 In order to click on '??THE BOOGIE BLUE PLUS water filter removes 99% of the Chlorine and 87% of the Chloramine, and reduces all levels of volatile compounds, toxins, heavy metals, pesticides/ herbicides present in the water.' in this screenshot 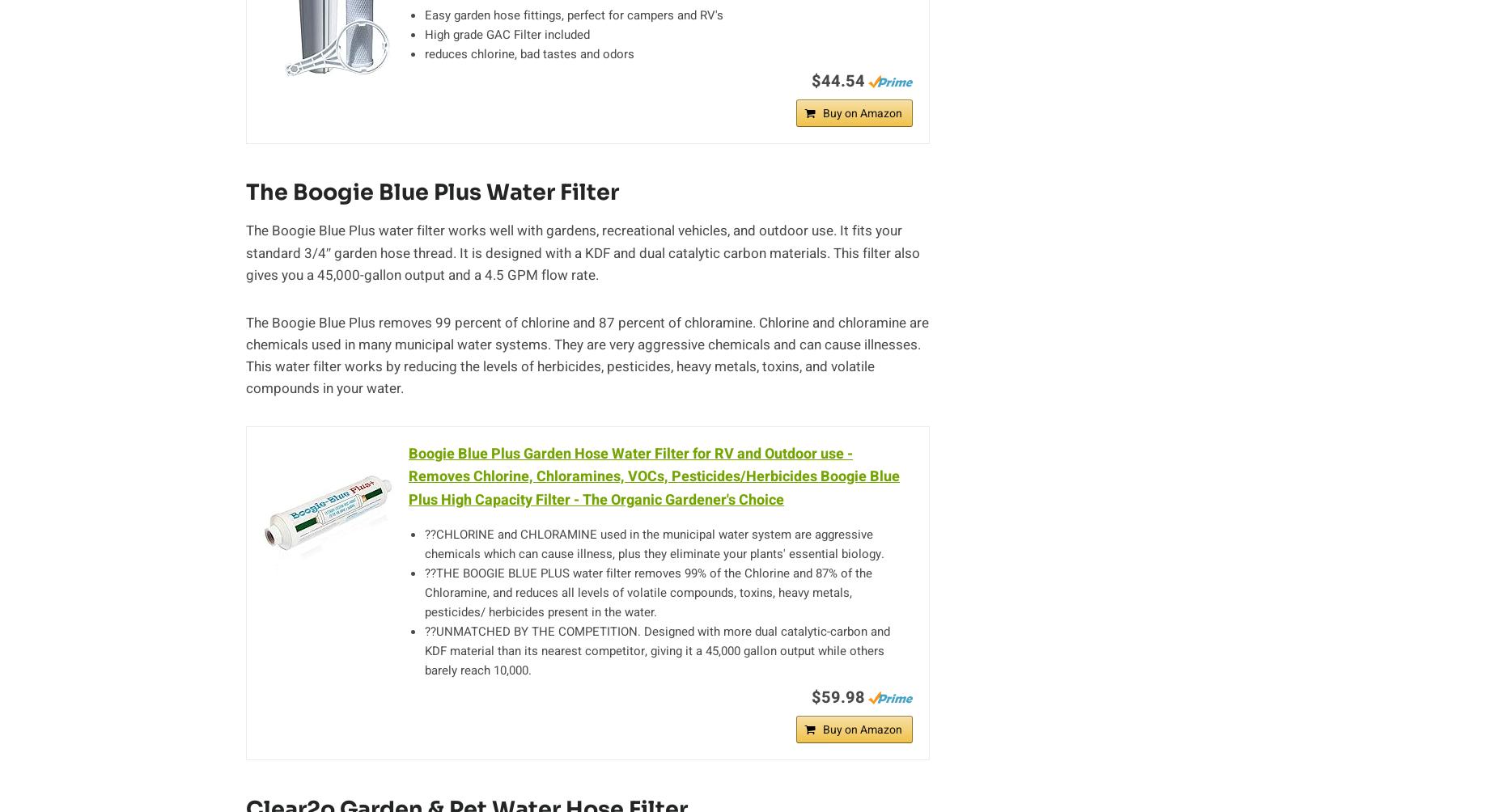, I will do `click(425, 592)`.